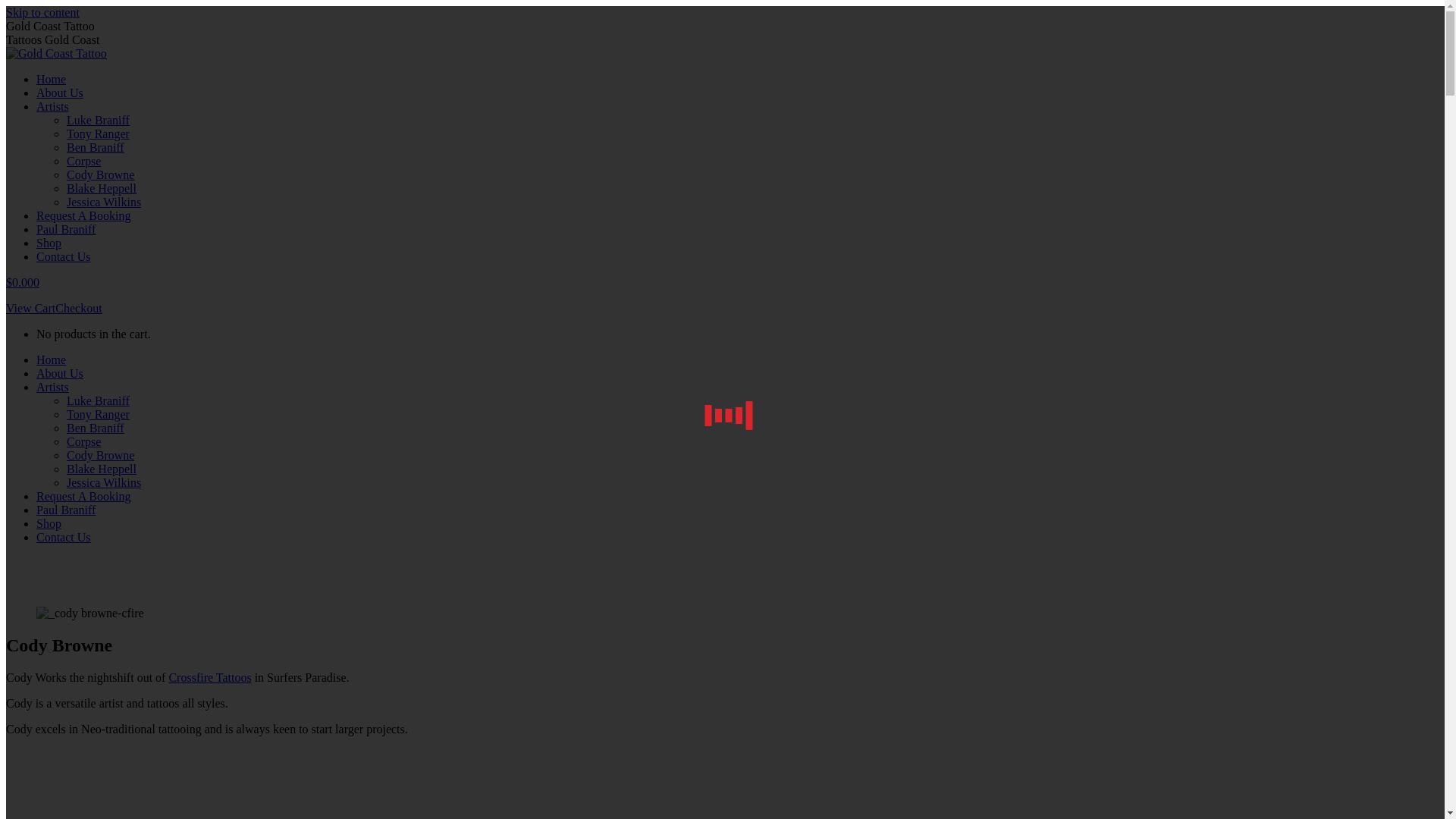 This screenshot has height=819, width=1456. Describe the element at coordinates (59, 93) in the screenshot. I see `'About Us'` at that location.